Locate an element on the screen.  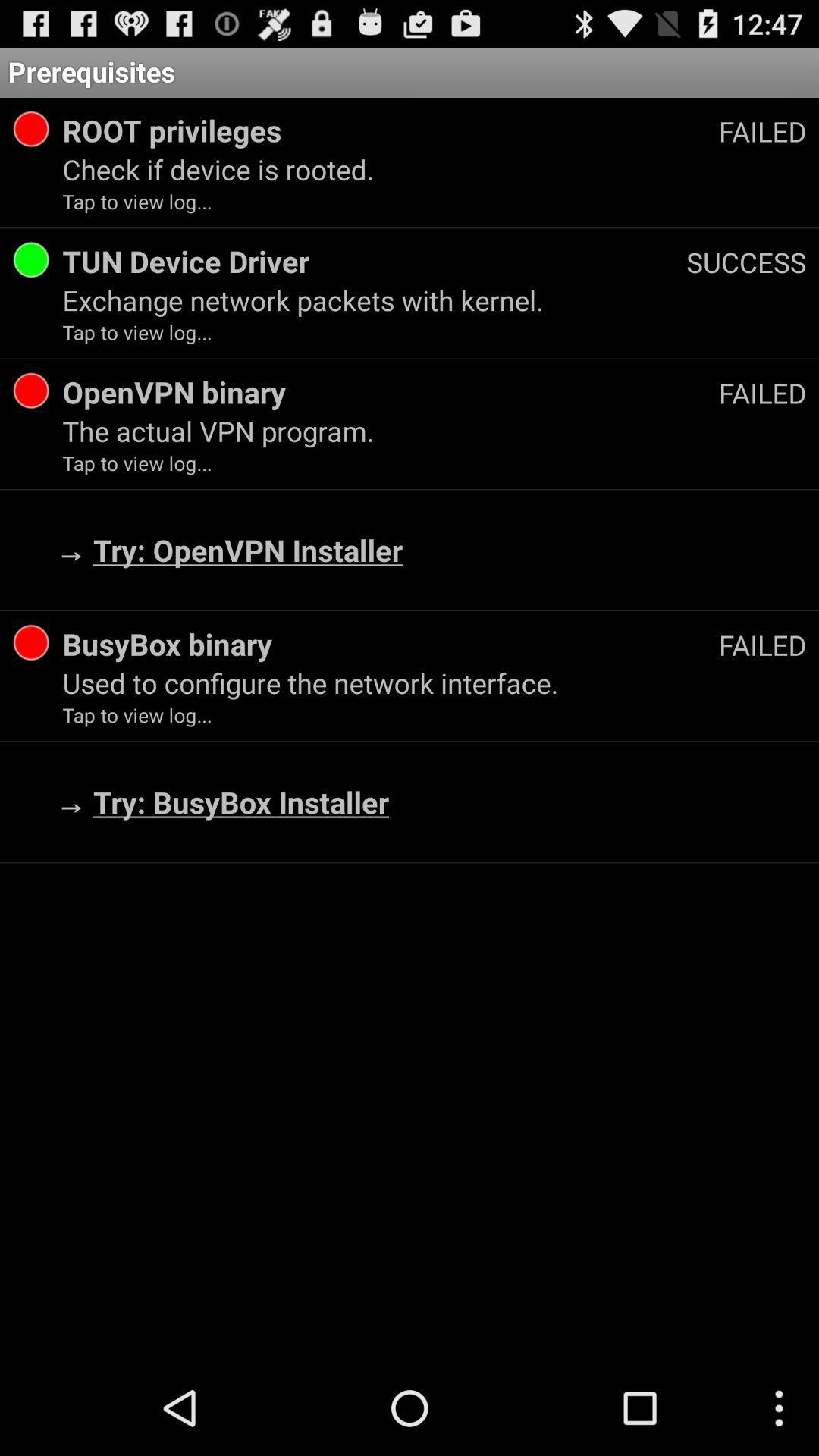
the item above check if device icon is located at coordinates (390, 130).